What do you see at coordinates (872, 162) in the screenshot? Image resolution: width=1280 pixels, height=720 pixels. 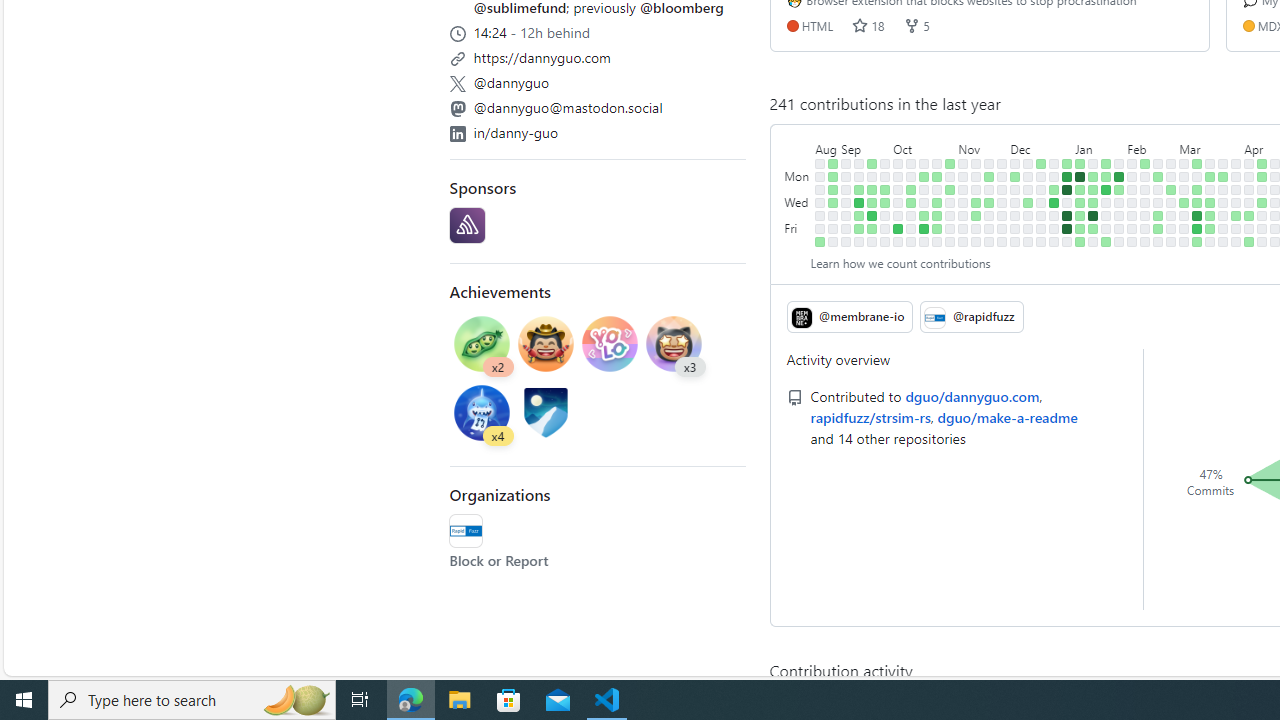 I see `'2 contributions on September 17th.'` at bounding box center [872, 162].